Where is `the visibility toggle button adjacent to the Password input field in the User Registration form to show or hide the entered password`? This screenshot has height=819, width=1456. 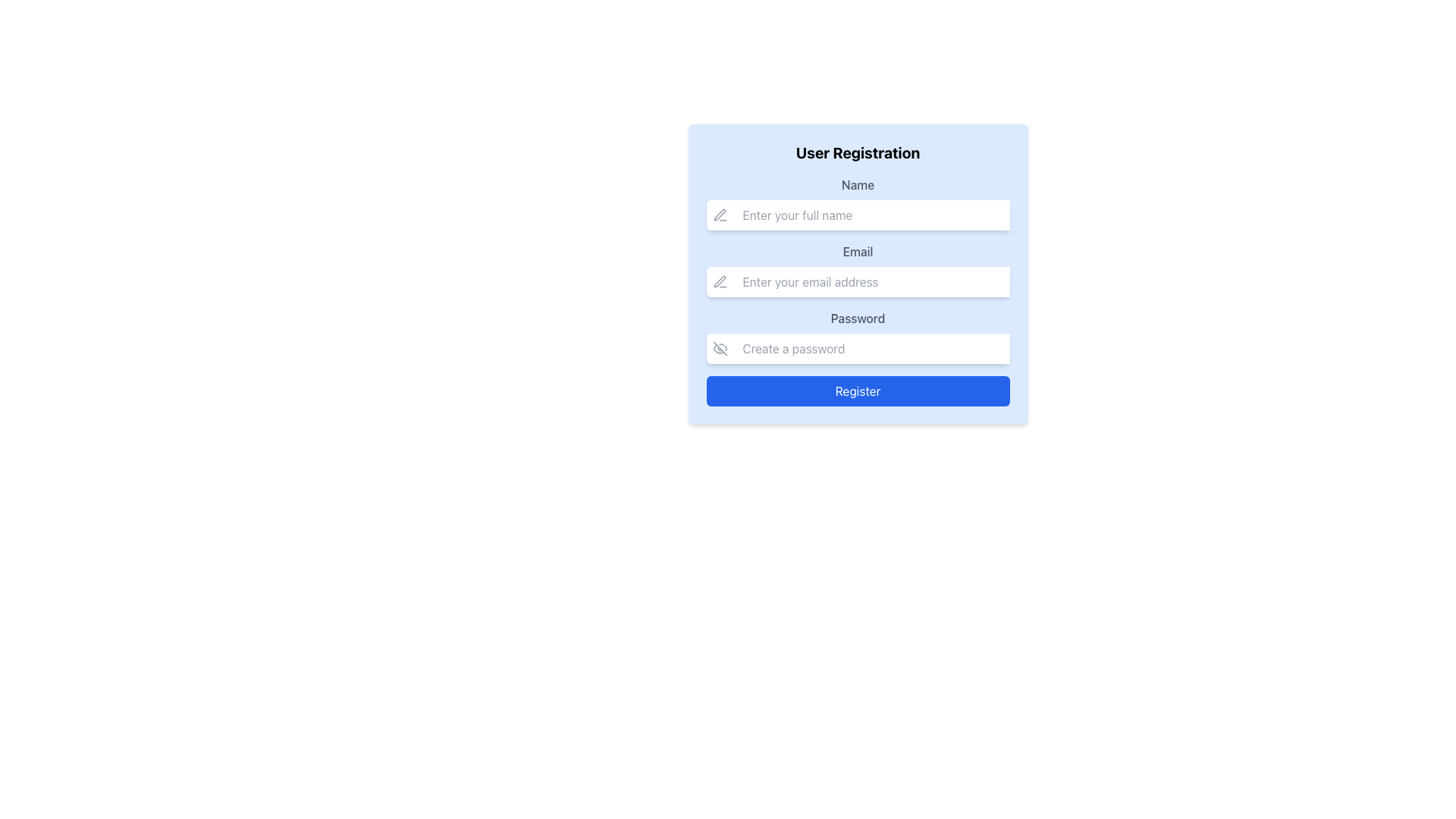
the visibility toggle button adjacent to the Password input field in the User Registration form to show or hide the entered password is located at coordinates (858, 335).